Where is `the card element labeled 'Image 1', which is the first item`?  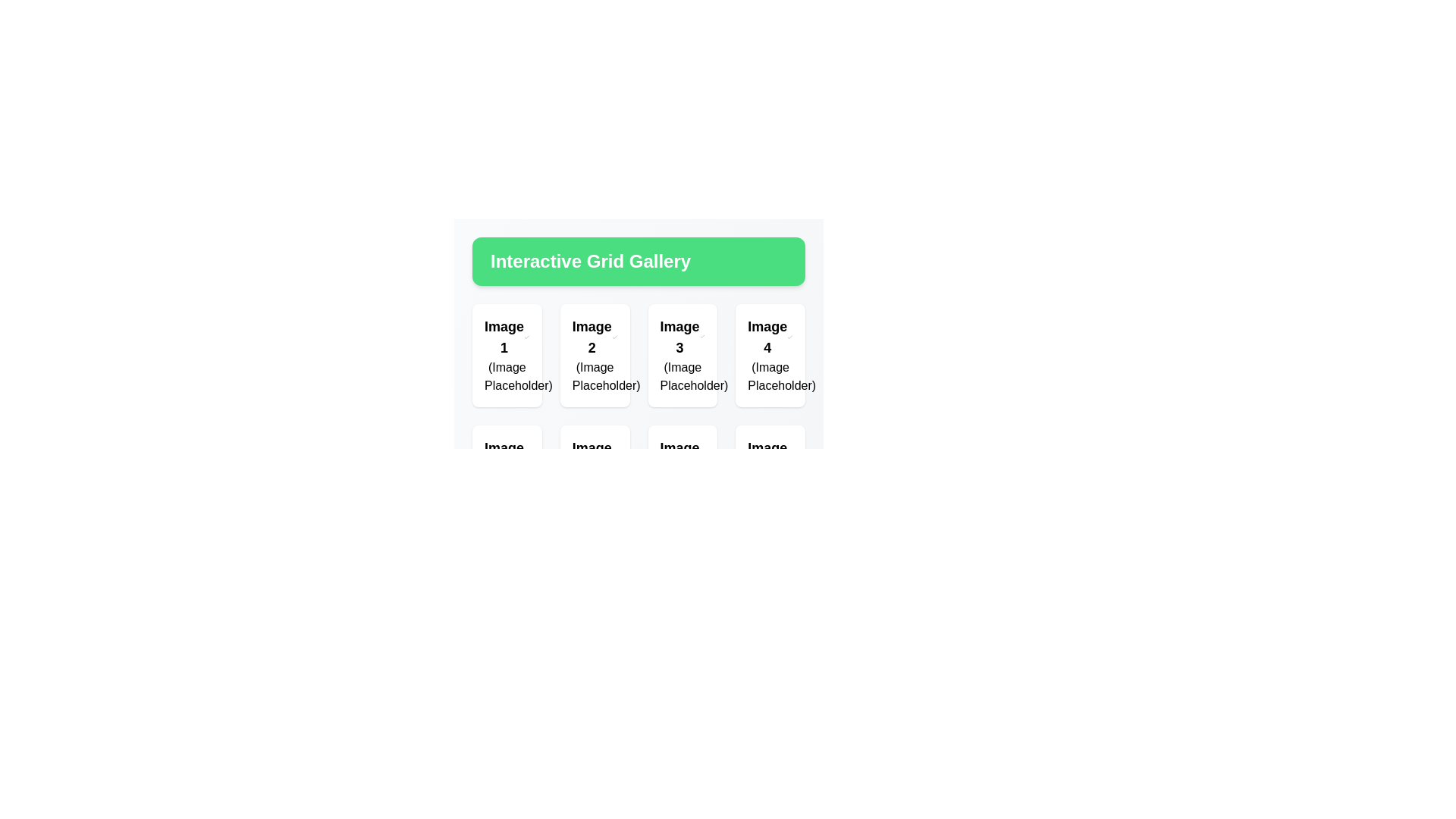
the card element labeled 'Image 1', which is the first item is located at coordinates (507, 356).